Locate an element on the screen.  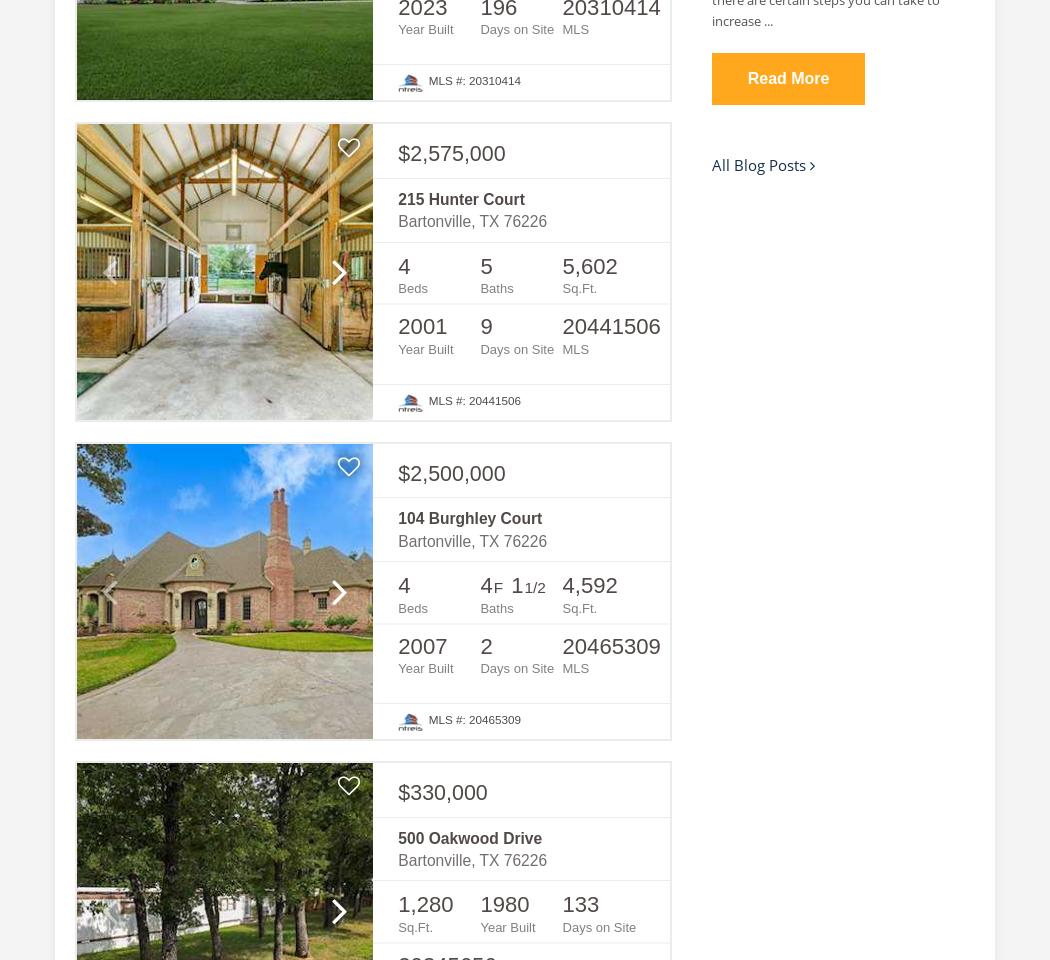
'2' is located at coordinates (479, 644).